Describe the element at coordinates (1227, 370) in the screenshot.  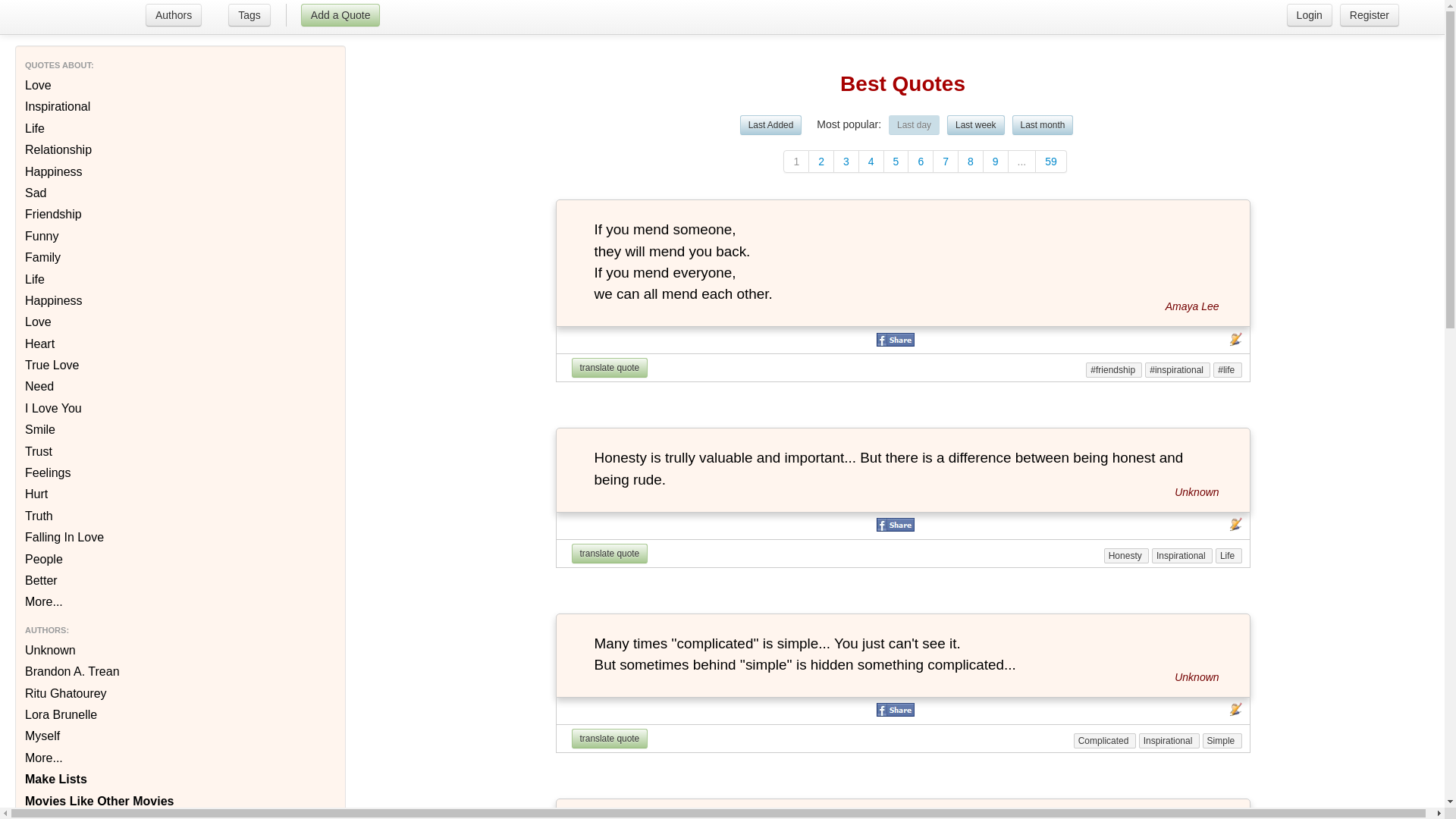
I see `'#life '` at that location.